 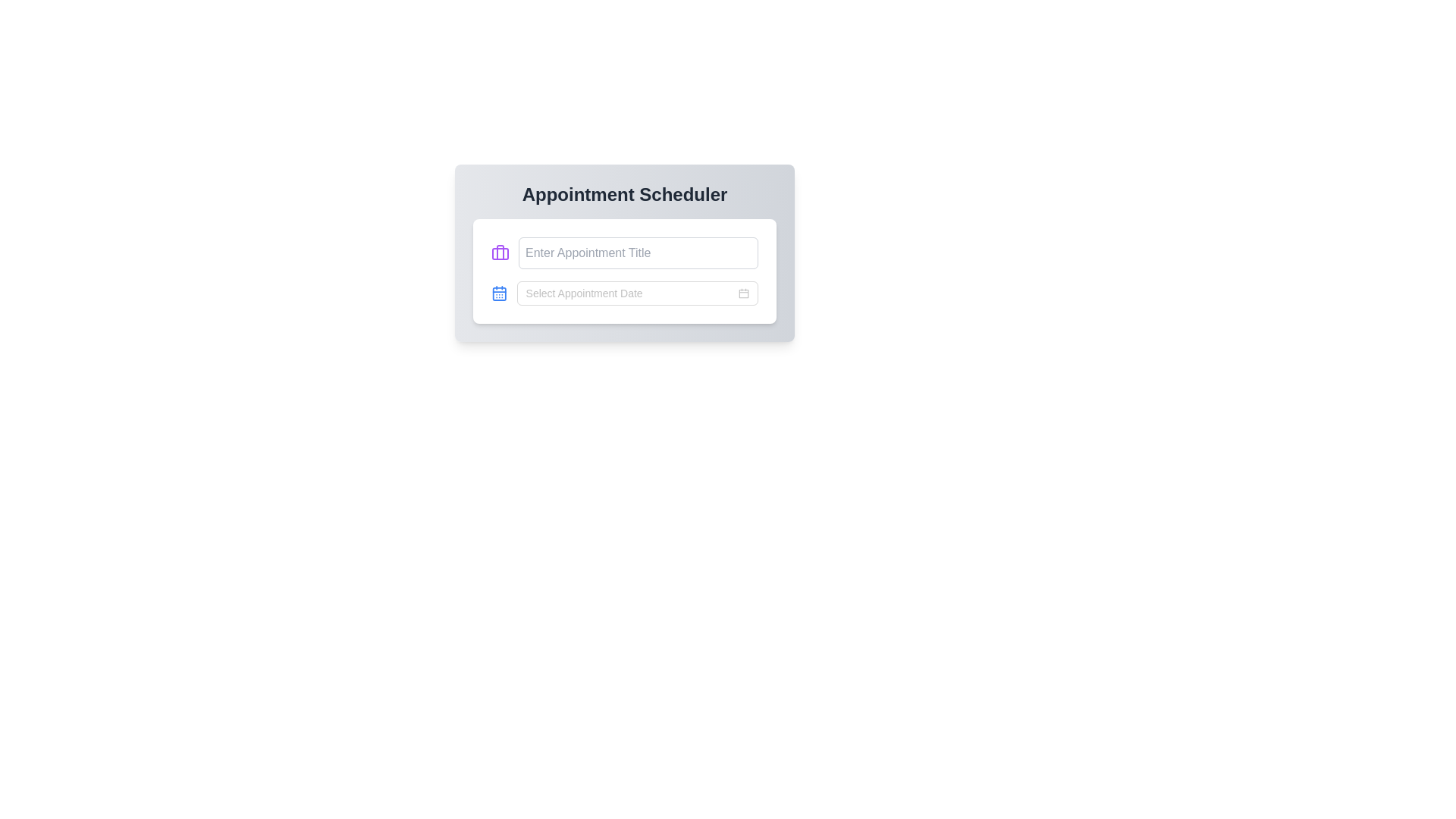 What do you see at coordinates (499, 293) in the screenshot?
I see `the date selection icon located to the left of the 'Select Appointment Date' input field in the scheduling form` at bounding box center [499, 293].